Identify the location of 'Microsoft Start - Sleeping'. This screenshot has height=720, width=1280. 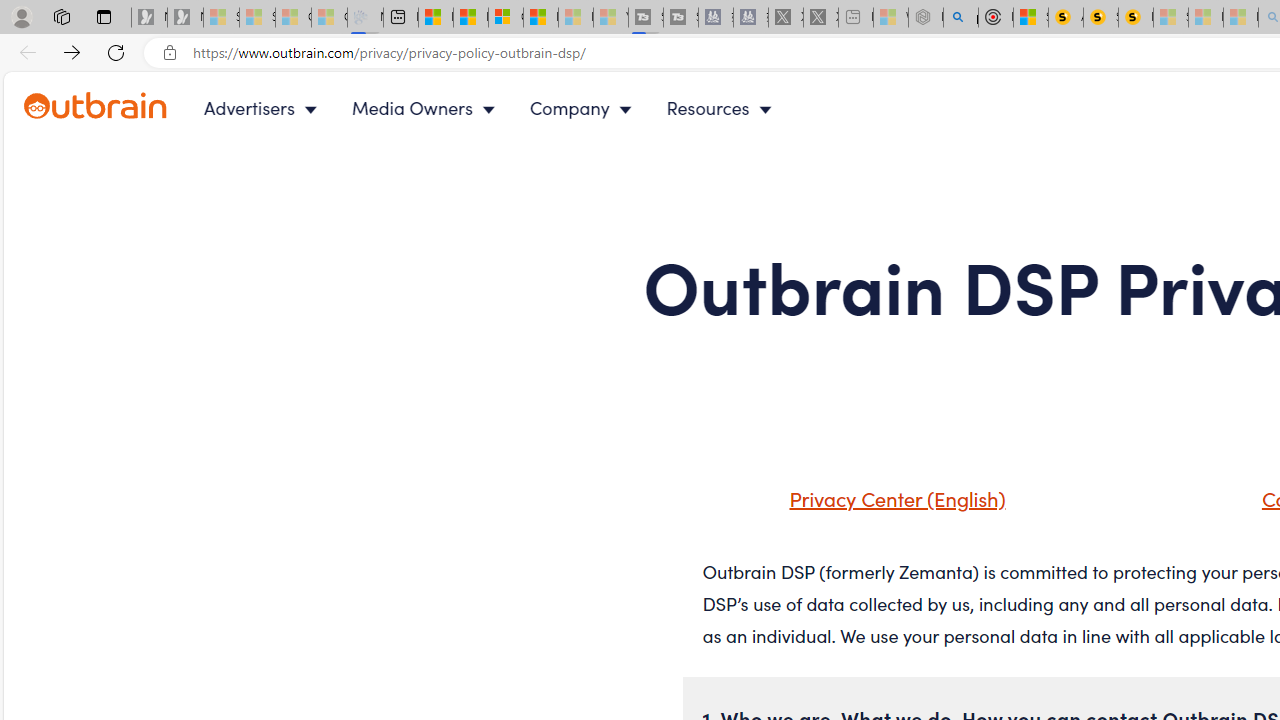
(575, 17).